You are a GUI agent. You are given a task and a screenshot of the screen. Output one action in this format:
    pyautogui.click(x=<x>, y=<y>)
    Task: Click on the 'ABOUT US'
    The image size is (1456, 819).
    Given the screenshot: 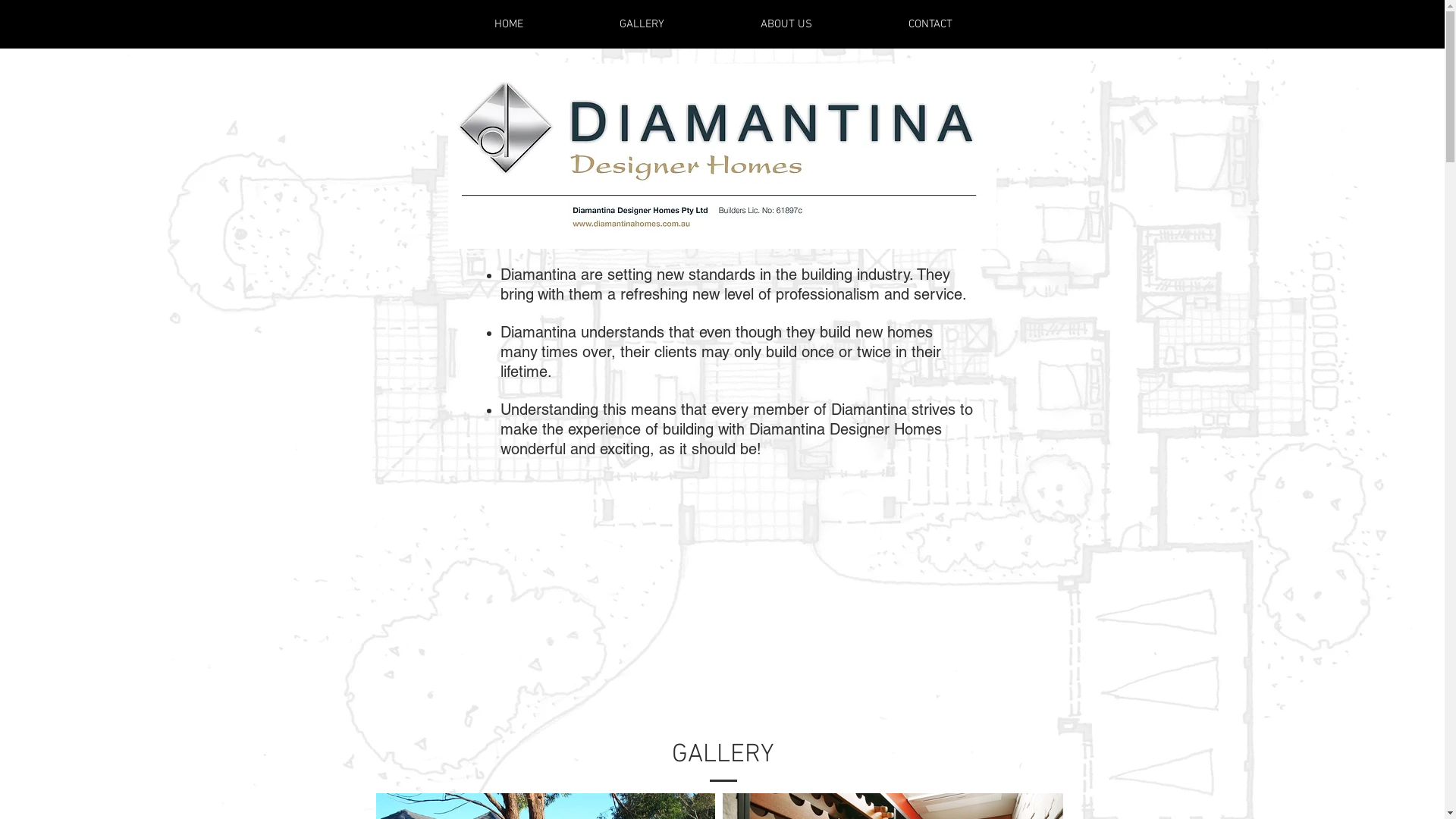 What is the action you would take?
    pyautogui.click(x=786, y=24)
    